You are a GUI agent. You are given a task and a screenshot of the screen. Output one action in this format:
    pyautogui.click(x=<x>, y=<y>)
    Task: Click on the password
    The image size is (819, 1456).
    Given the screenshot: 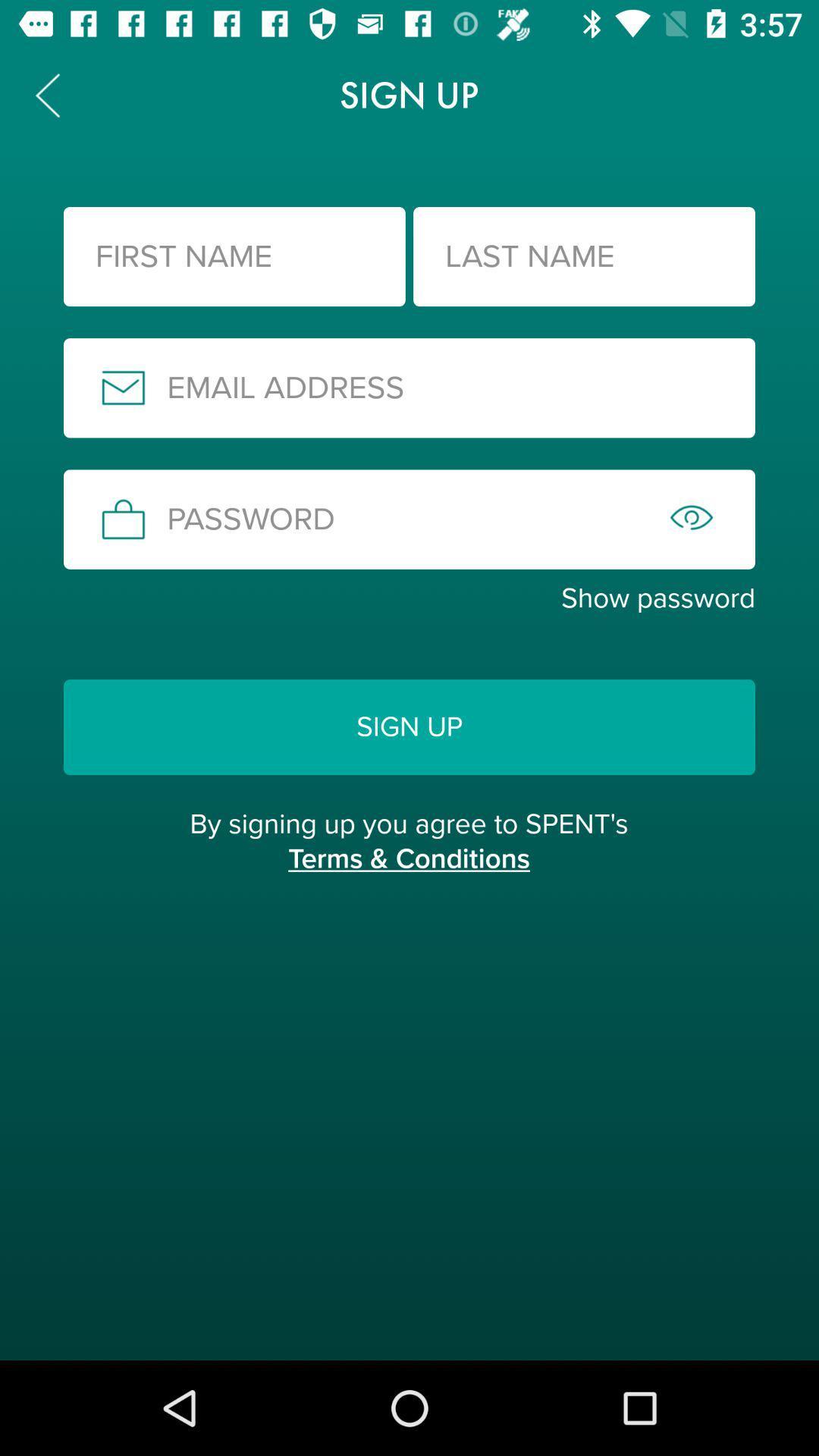 What is the action you would take?
    pyautogui.click(x=409, y=519)
    